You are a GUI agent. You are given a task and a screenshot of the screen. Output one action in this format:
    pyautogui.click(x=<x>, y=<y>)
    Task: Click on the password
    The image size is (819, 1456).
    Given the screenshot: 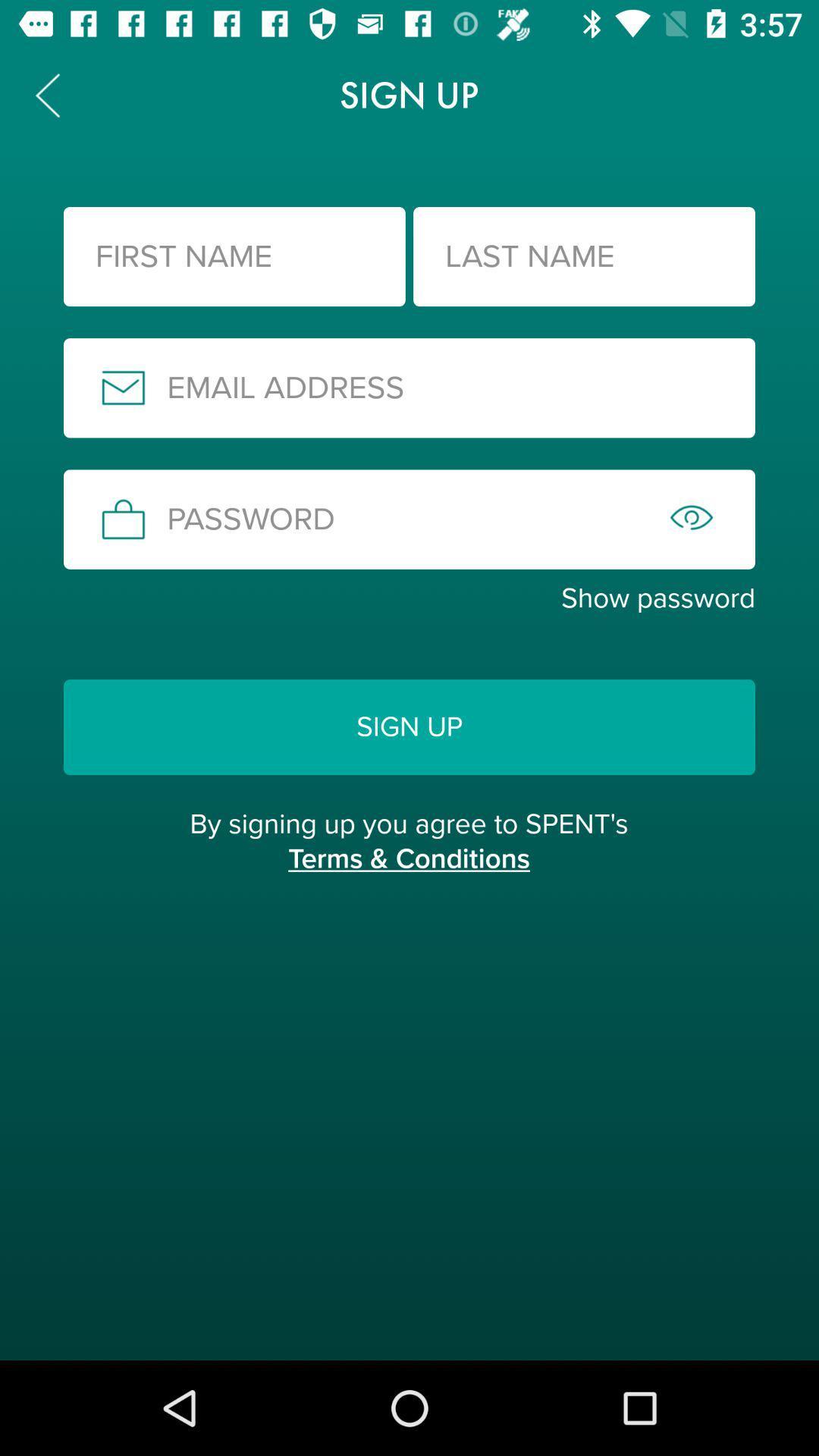 What is the action you would take?
    pyautogui.click(x=409, y=519)
    